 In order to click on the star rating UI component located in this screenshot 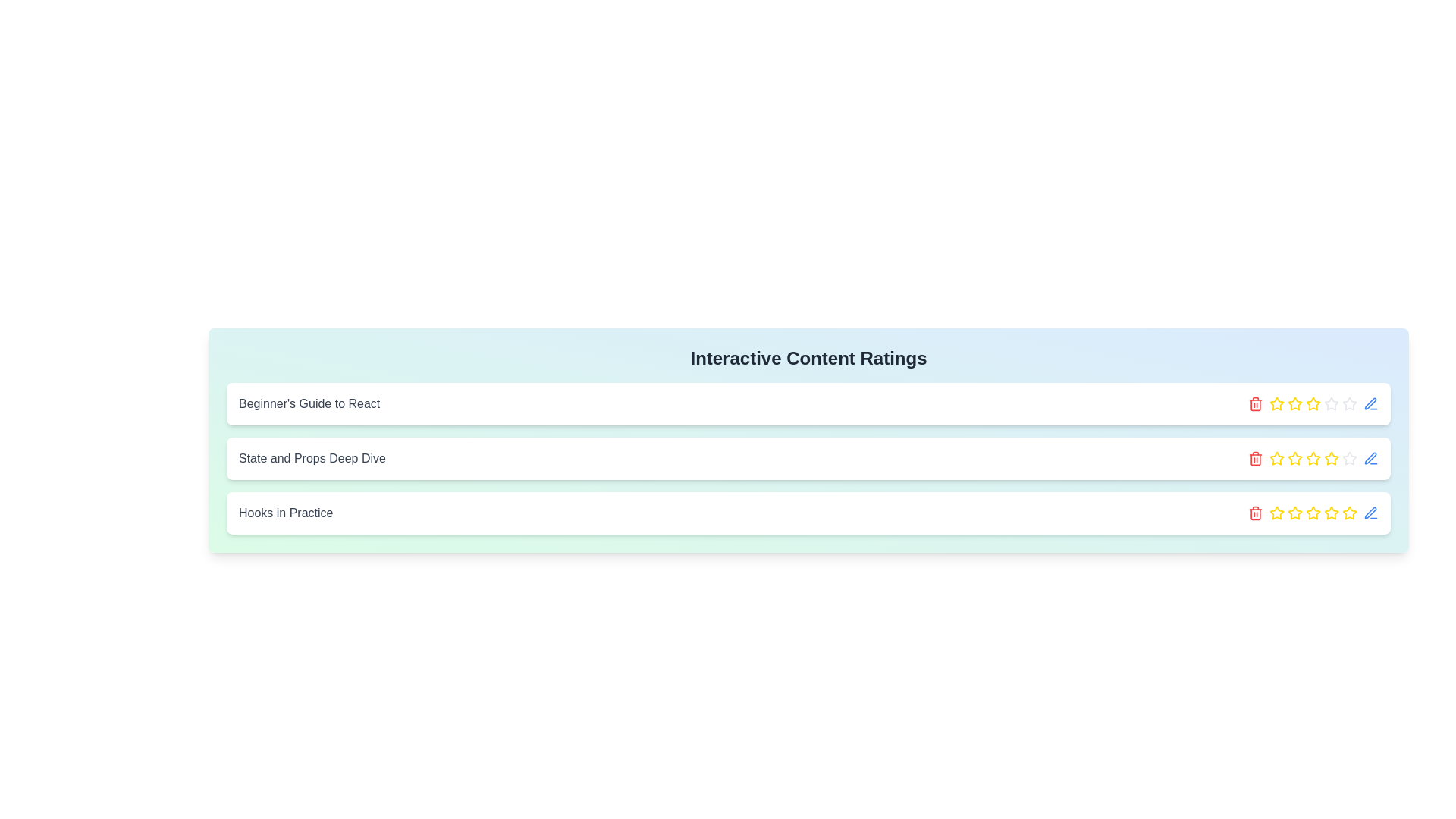, I will do `click(1313, 458)`.